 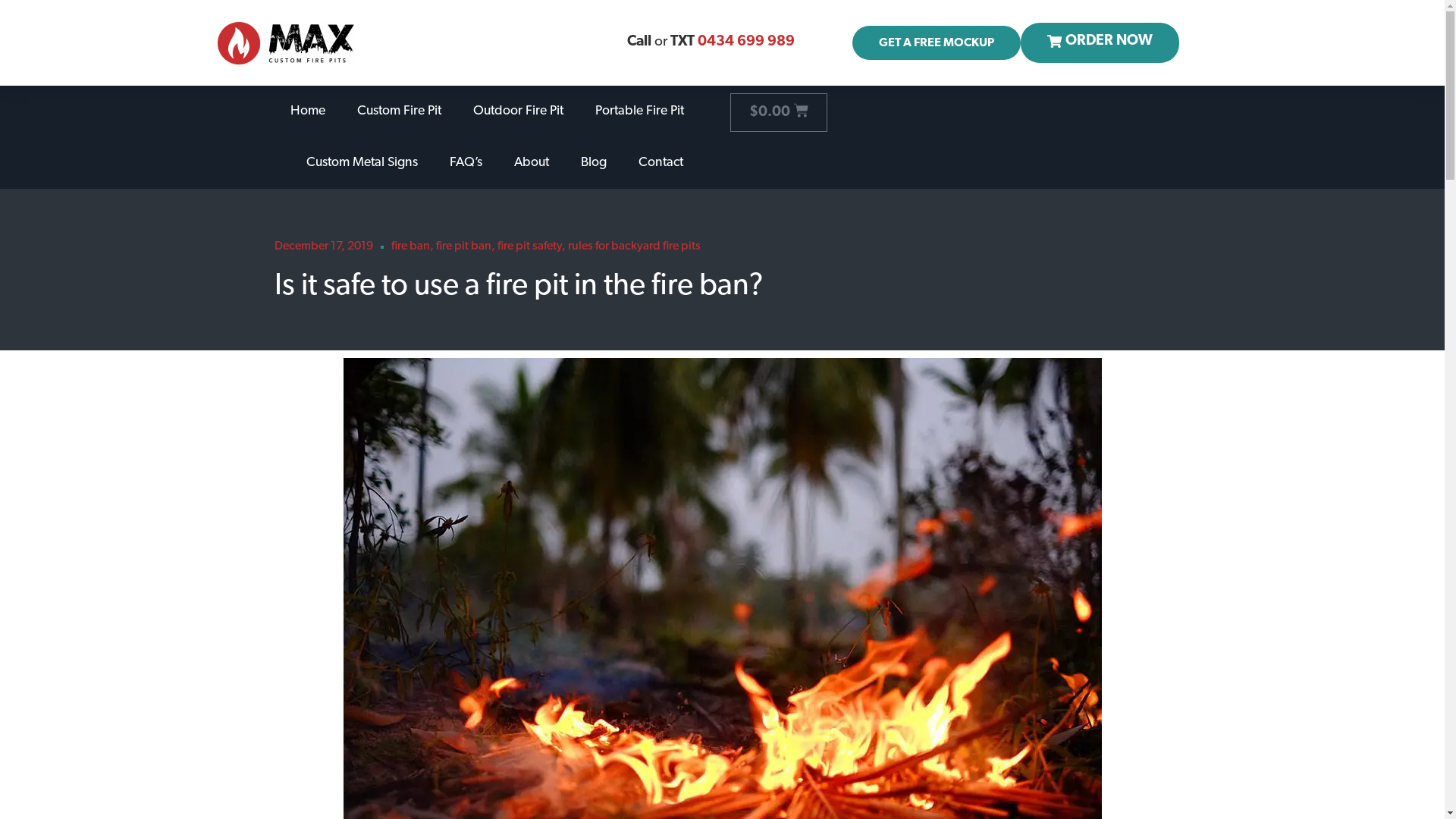 I want to click on 'fire pit ban', so click(x=463, y=245).